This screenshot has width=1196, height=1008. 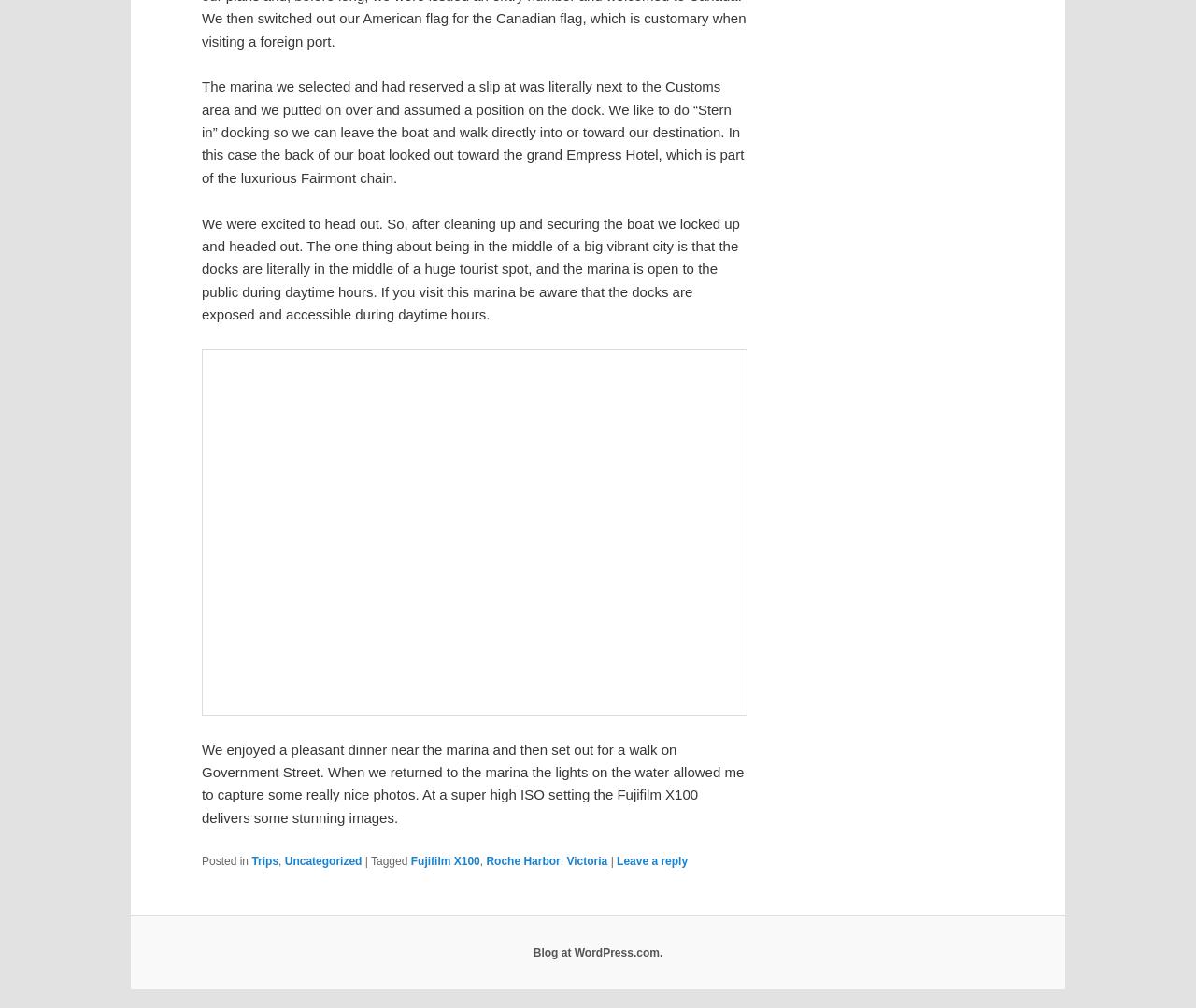 What do you see at coordinates (322, 860) in the screenshot?
I see `'Uncategorized'` at bounding box center [322, 860].